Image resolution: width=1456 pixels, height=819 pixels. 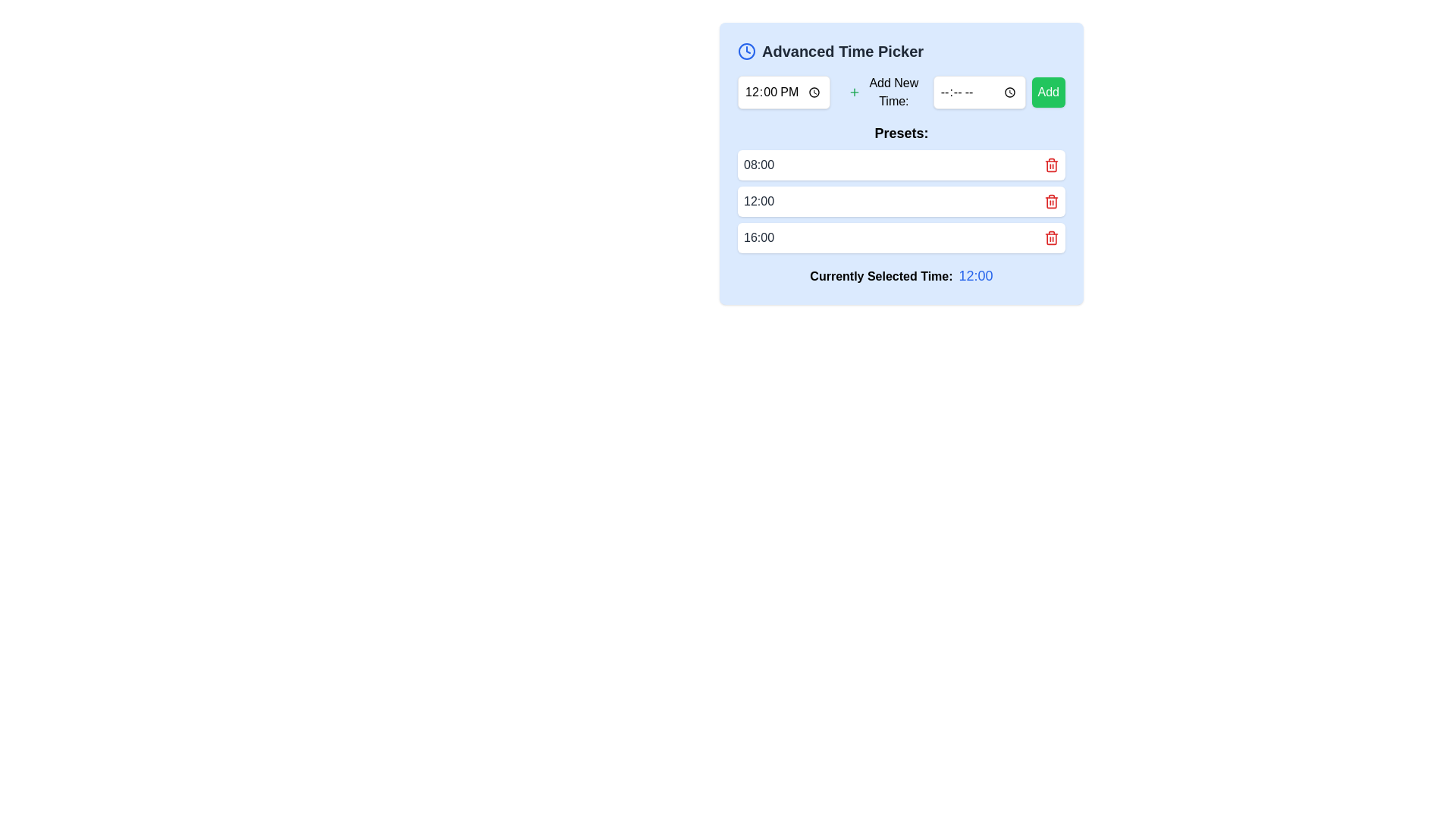 I want to click on outermost SVG circle of the clock icon with a blue outline located at the top left corner of the 'Advanced Time Picker' panel using developer tools, so click(x=746, y=51).